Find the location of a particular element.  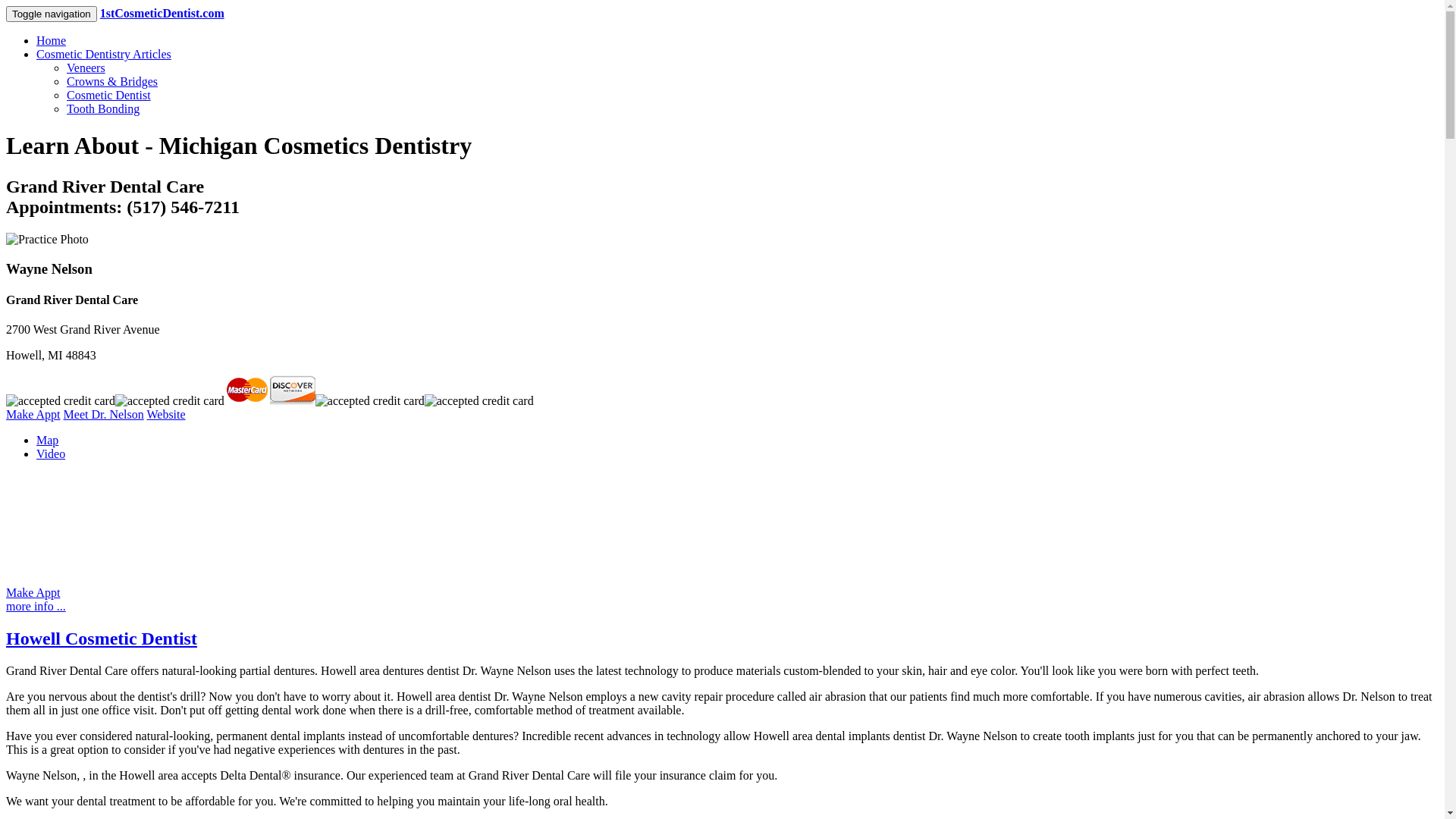

'Veneers' is located at coordinates (65, 67).